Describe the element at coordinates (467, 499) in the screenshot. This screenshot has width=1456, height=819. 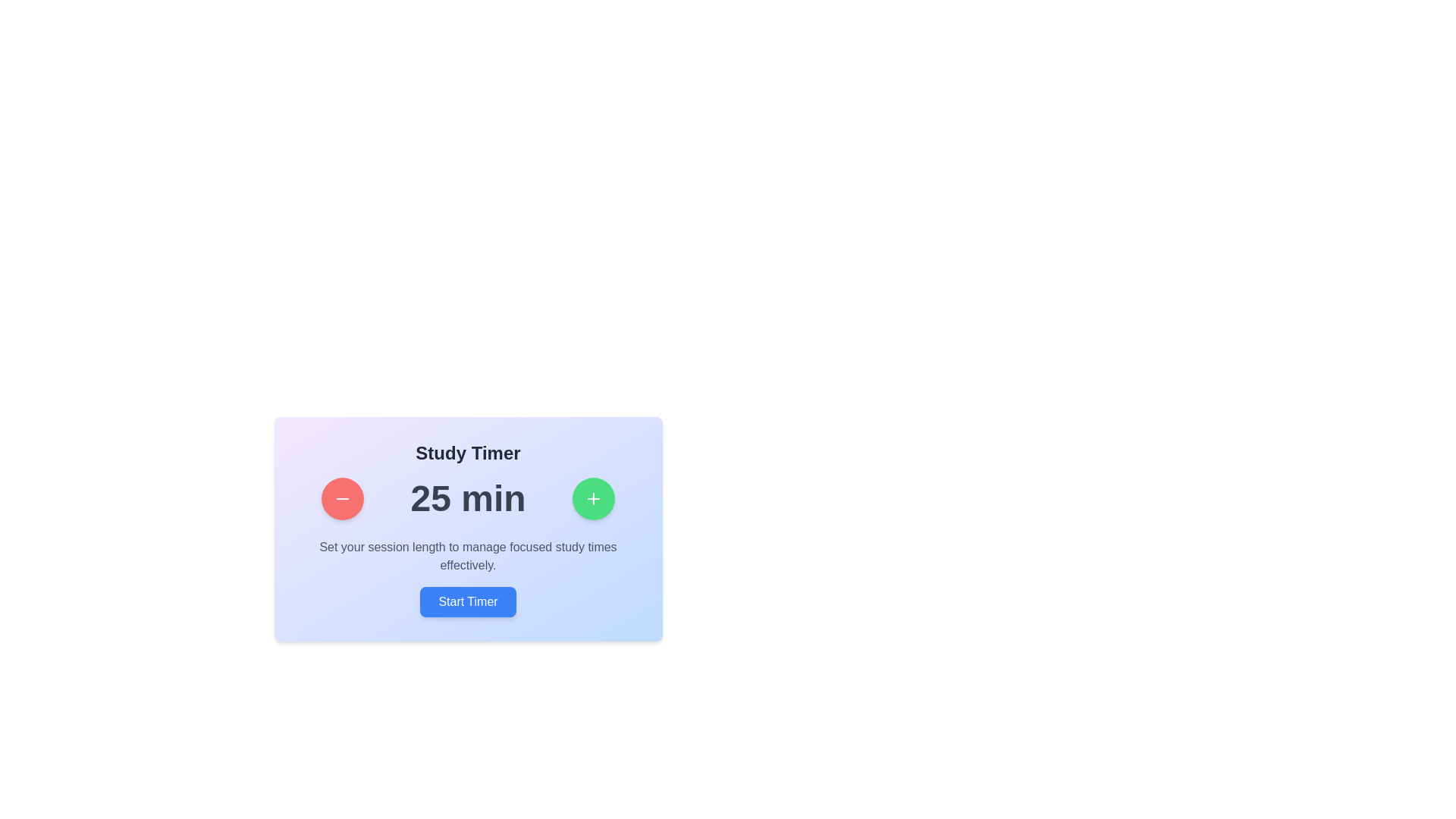
I see `the text label that displays the current value of a timer, positioned centrally between a red minus button and a green plus button` at that location.